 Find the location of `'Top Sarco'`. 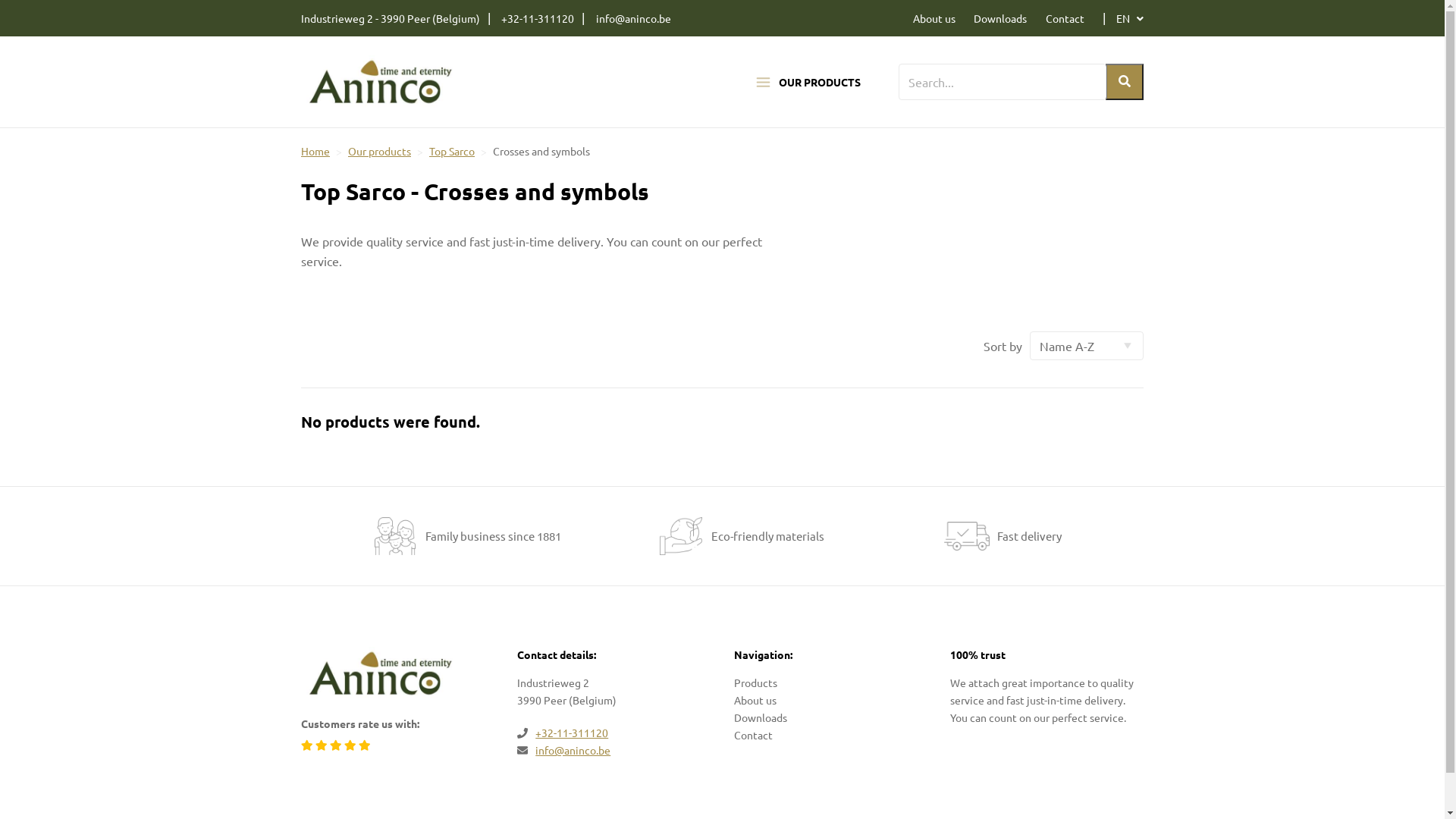

'Top Sarco' is located at coordinates (450, 151).